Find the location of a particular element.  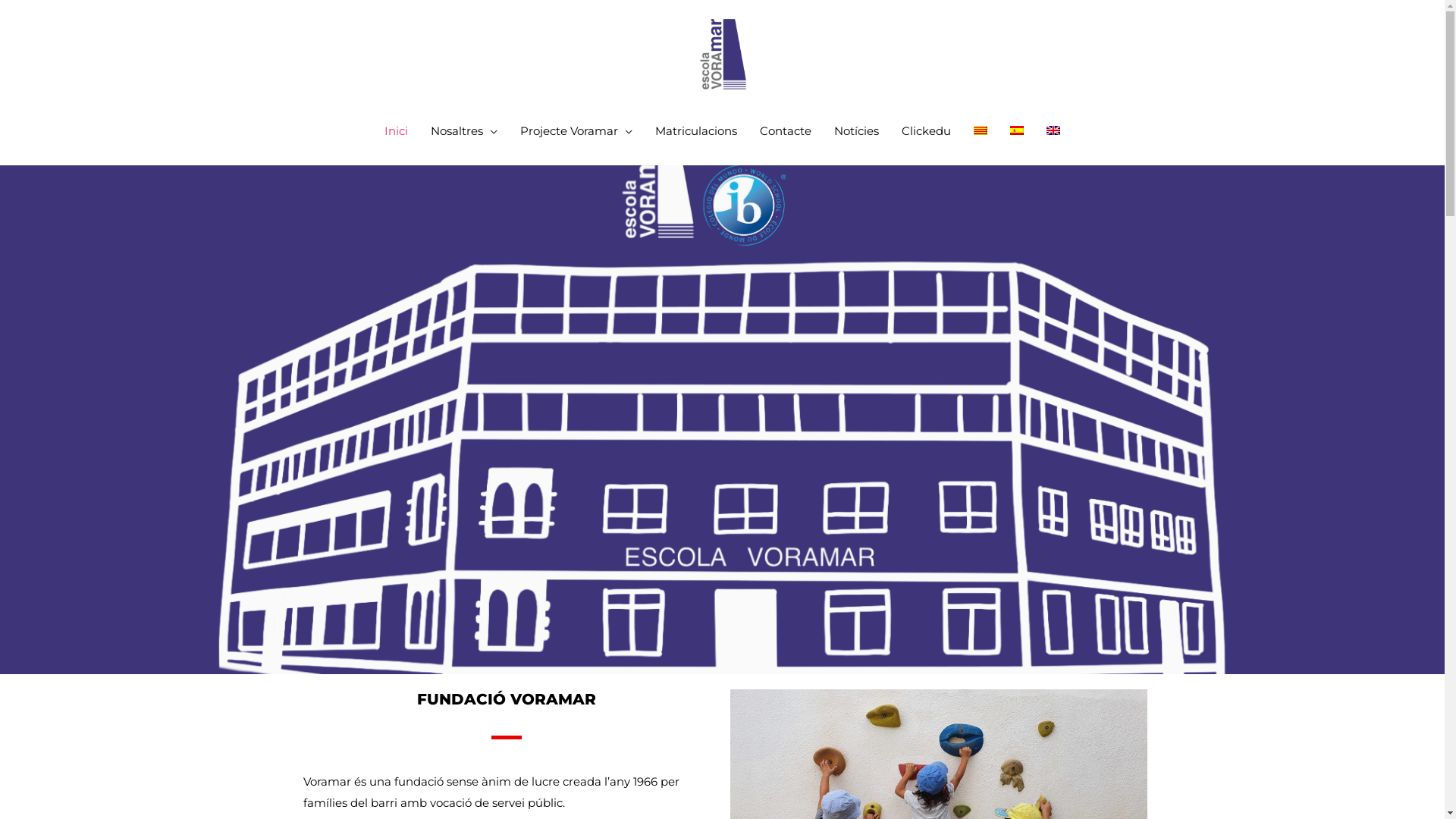

'Nosaltres' is located at coordinates (419, 130).